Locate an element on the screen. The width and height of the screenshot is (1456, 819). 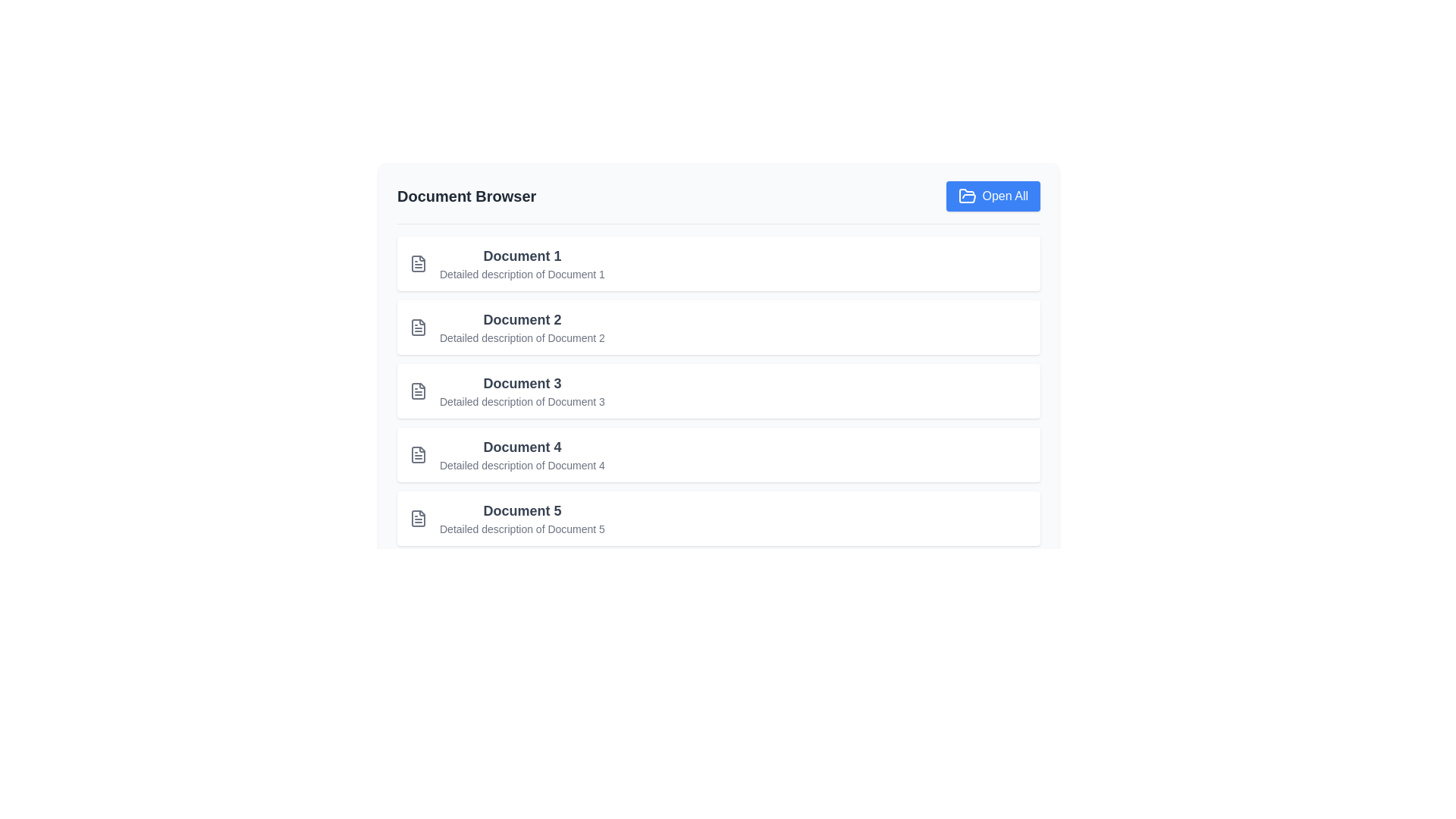
the document icon resembling a piece of paper with lines, located in the second row of the document list titled 'Document 2' is located at coordinates (419, 327).